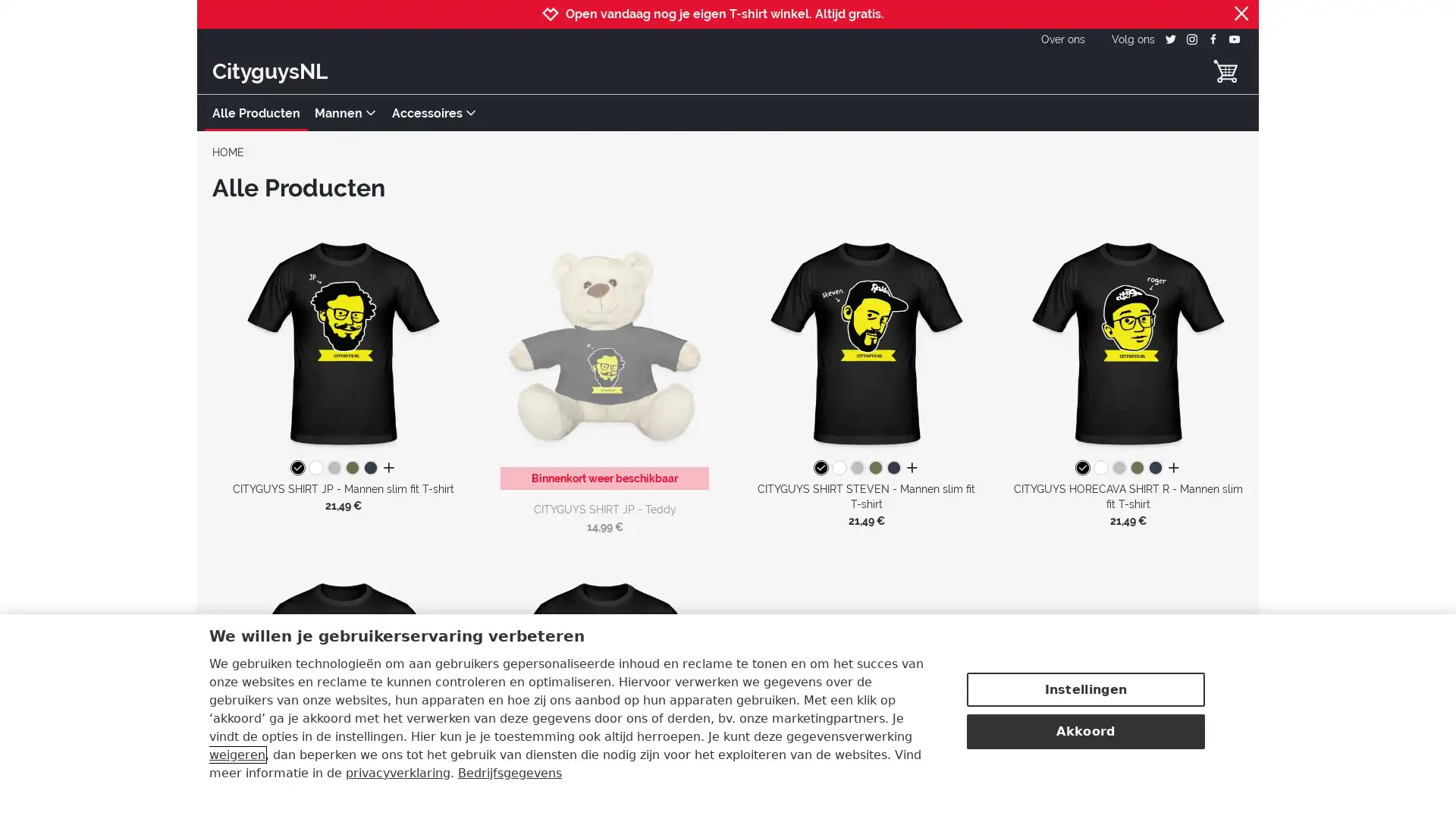 The image size is (1456, 819). What do you see at coordinates (1153, 468) in the screenshot?
I see `navy` at bounding box center [1153, 468].